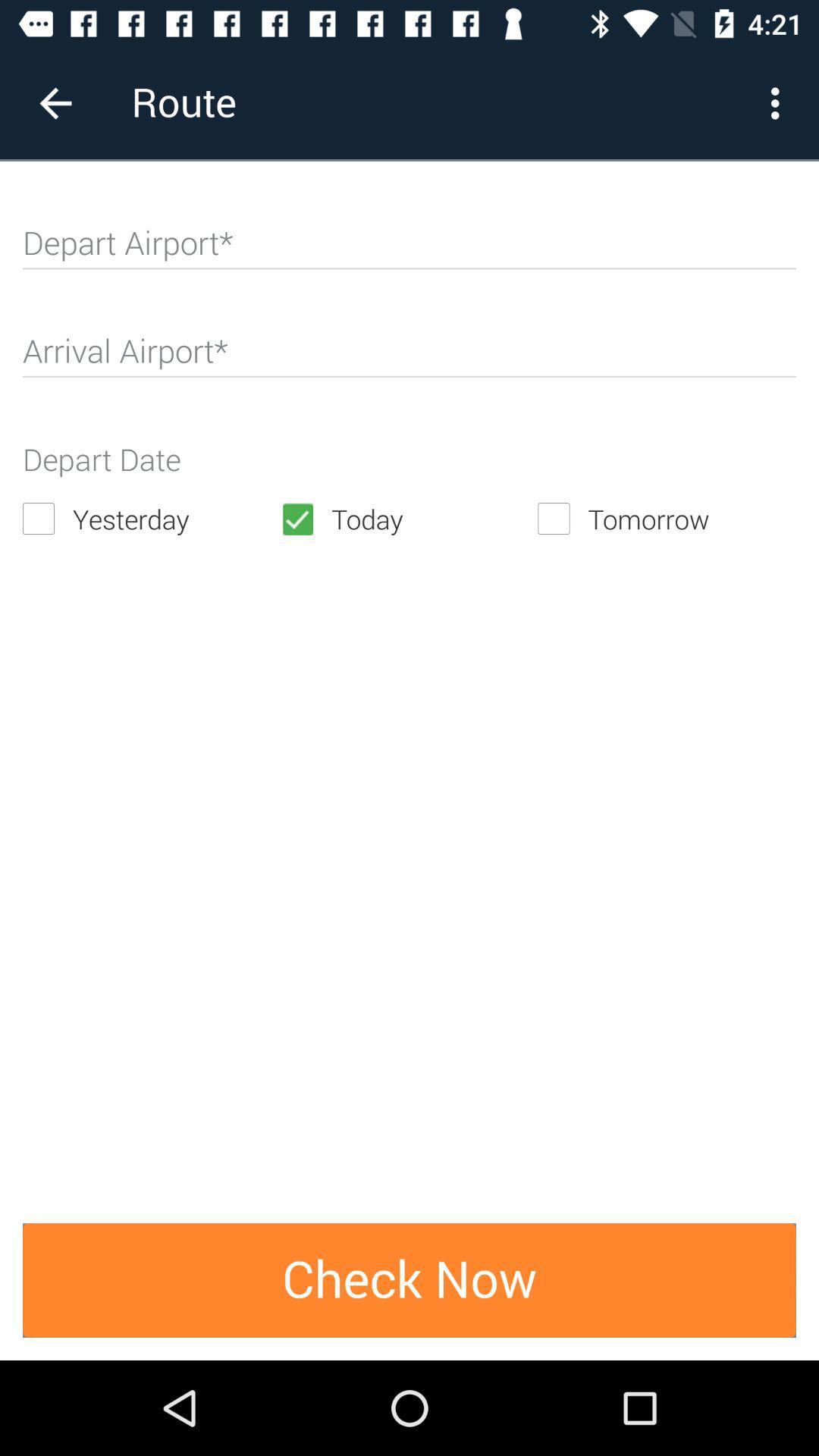 The image size is (819, 1456). Describe the element at coordinates (409, 356) in the screenshot. I see `arrival airport code or name` at that location.